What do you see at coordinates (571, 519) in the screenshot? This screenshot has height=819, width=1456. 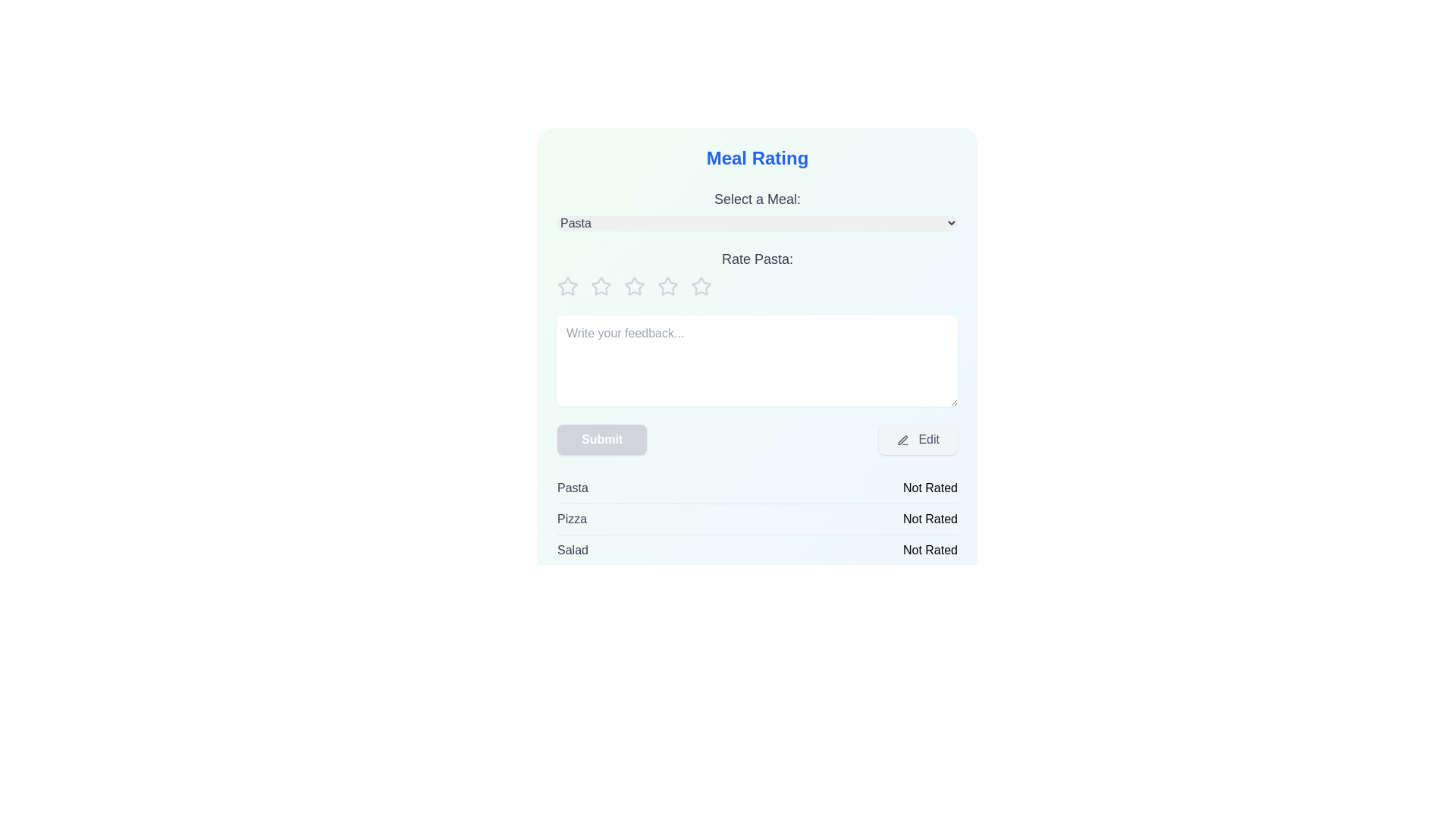 I see `the text label displaying 'Pizza' that is grayish in color and aligned to the left within a row layout, adjacent to another text labeled 'Not Rated'` at bounding box center [571, 519].